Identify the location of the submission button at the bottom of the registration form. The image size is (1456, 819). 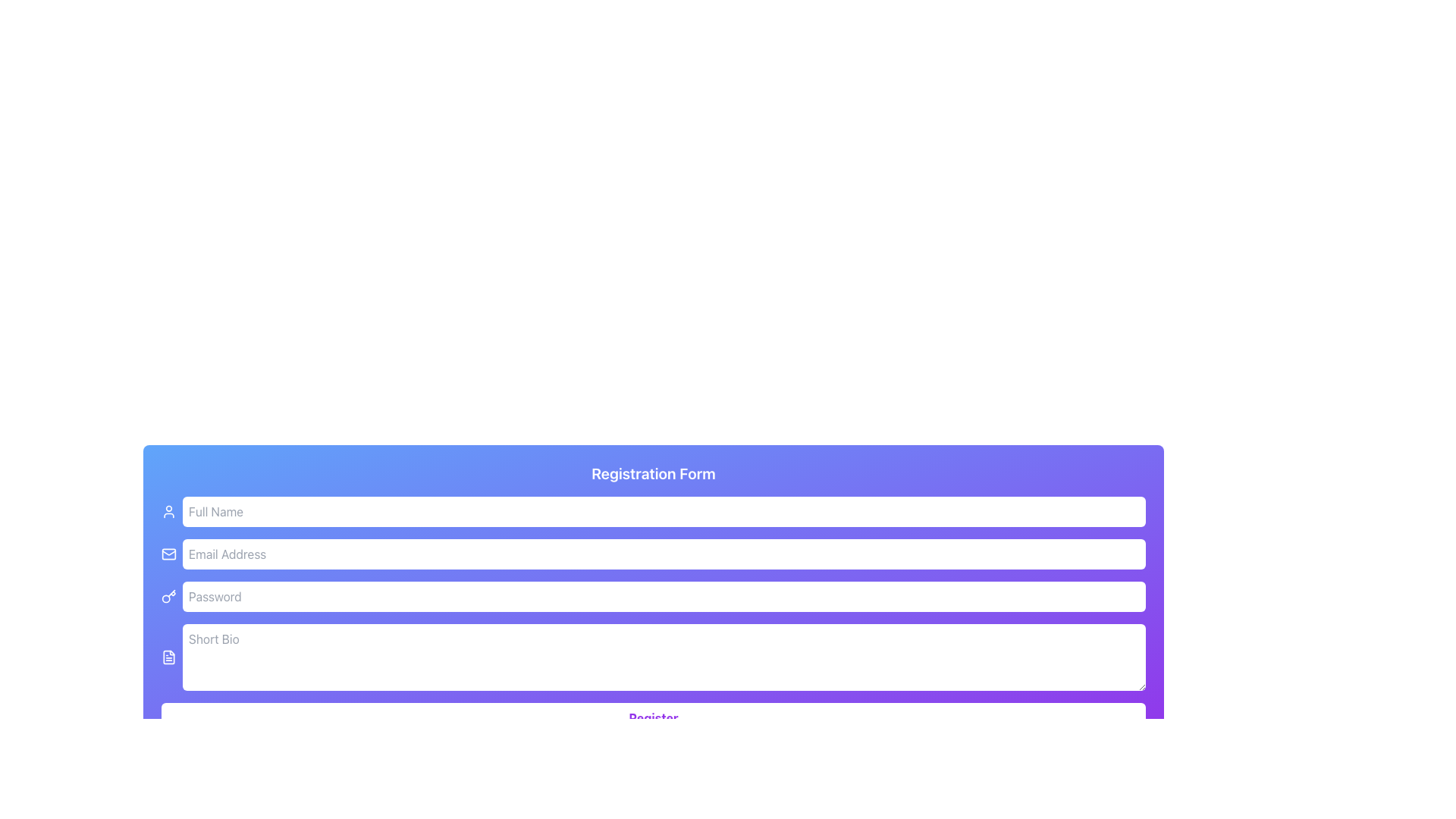
(654, 717).